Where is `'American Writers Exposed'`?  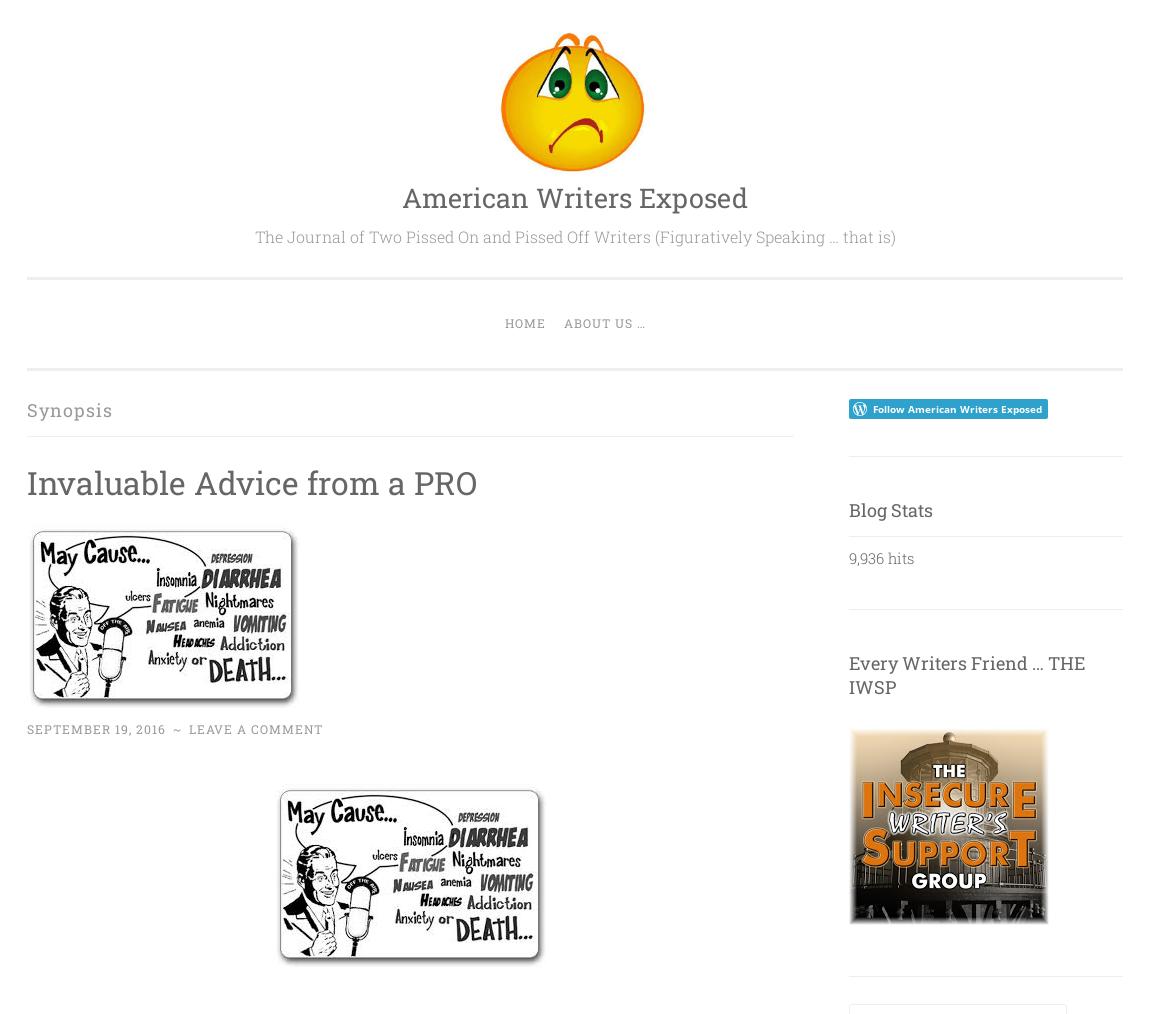
'American Writers Exposed' is located at coordinates (575, 196).